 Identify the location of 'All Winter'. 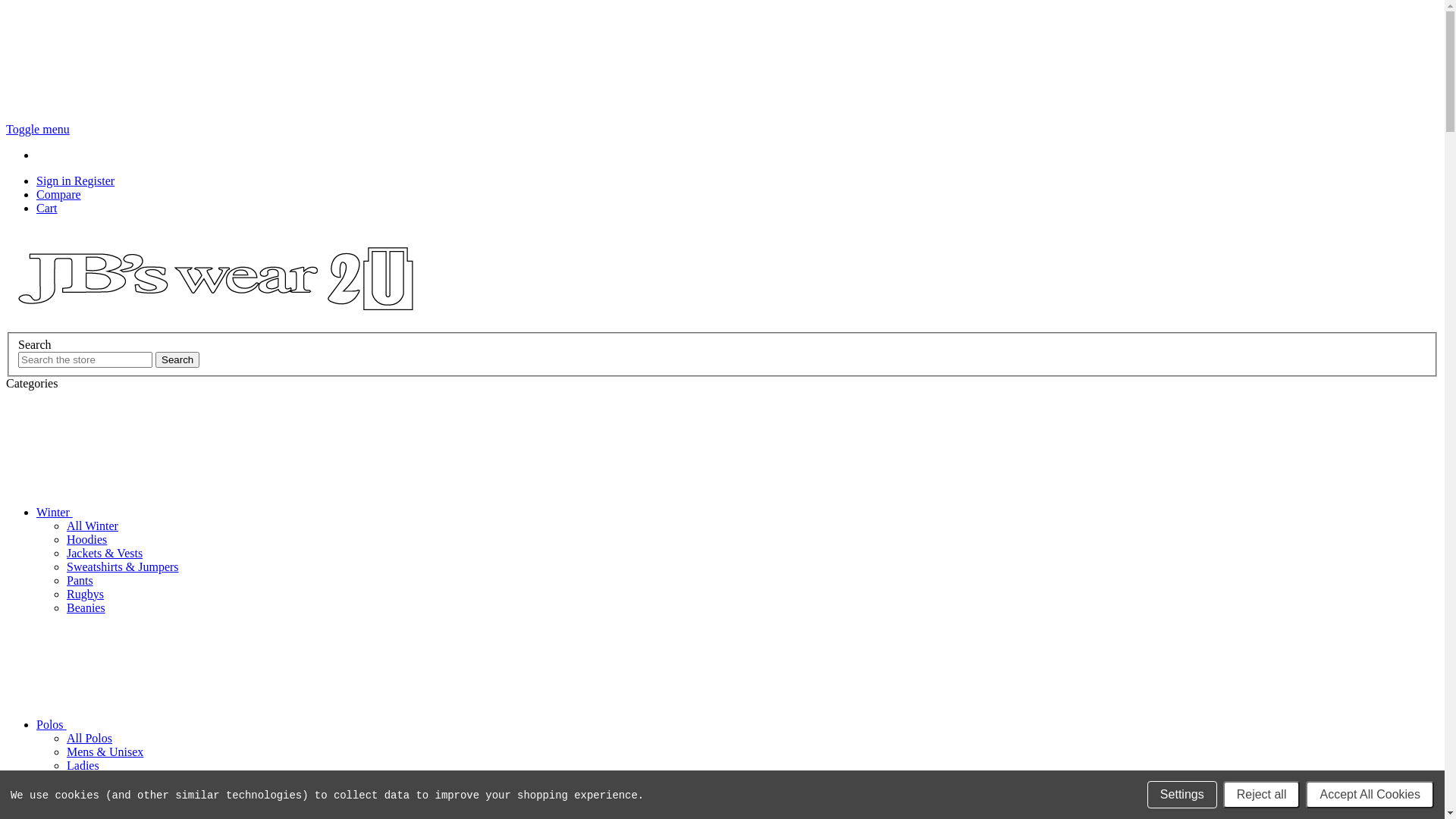
(91, 525).